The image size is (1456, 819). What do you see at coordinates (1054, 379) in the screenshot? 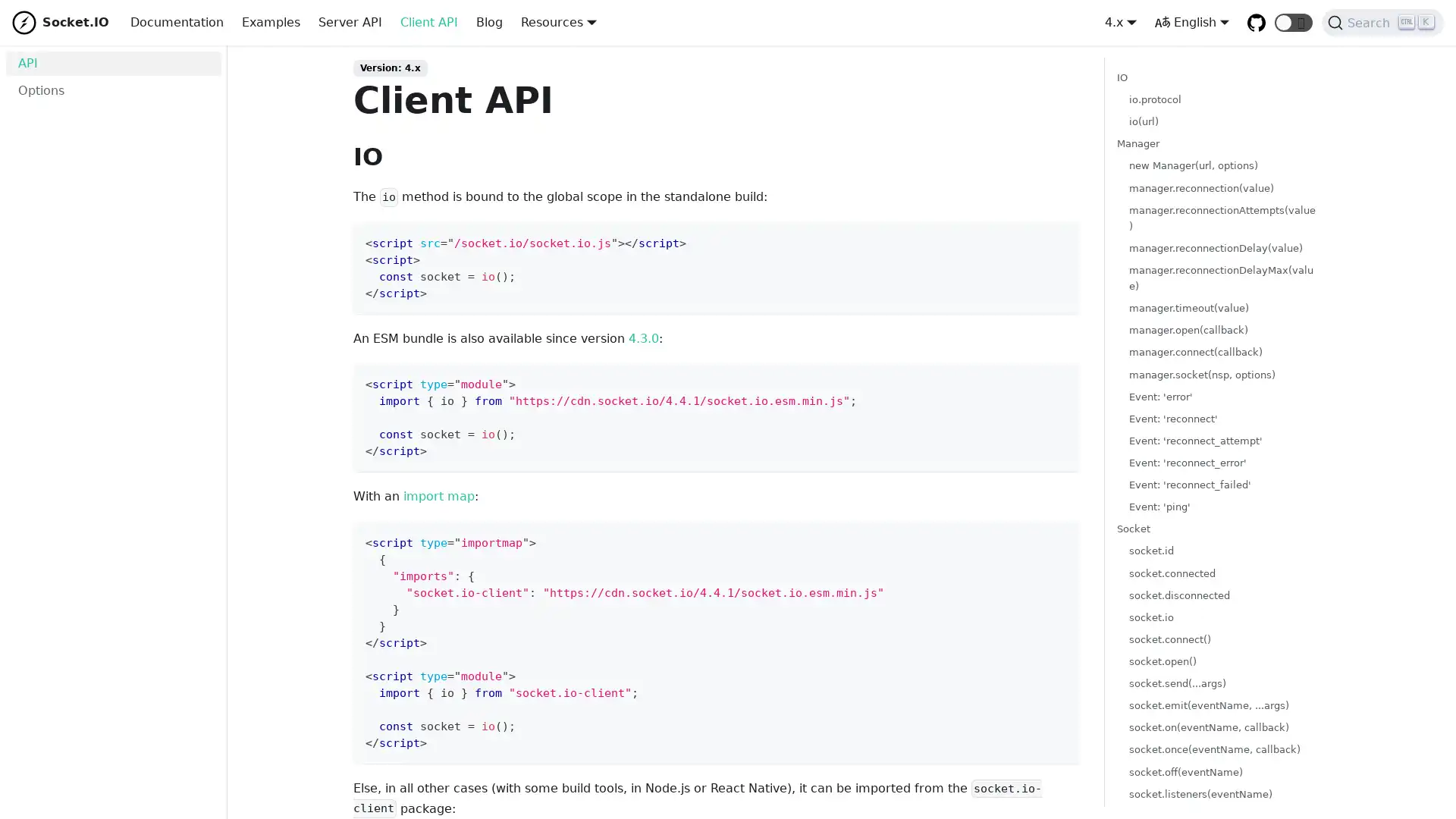
I see `Copy code to clipboard` at bounding box center [1054, 379].